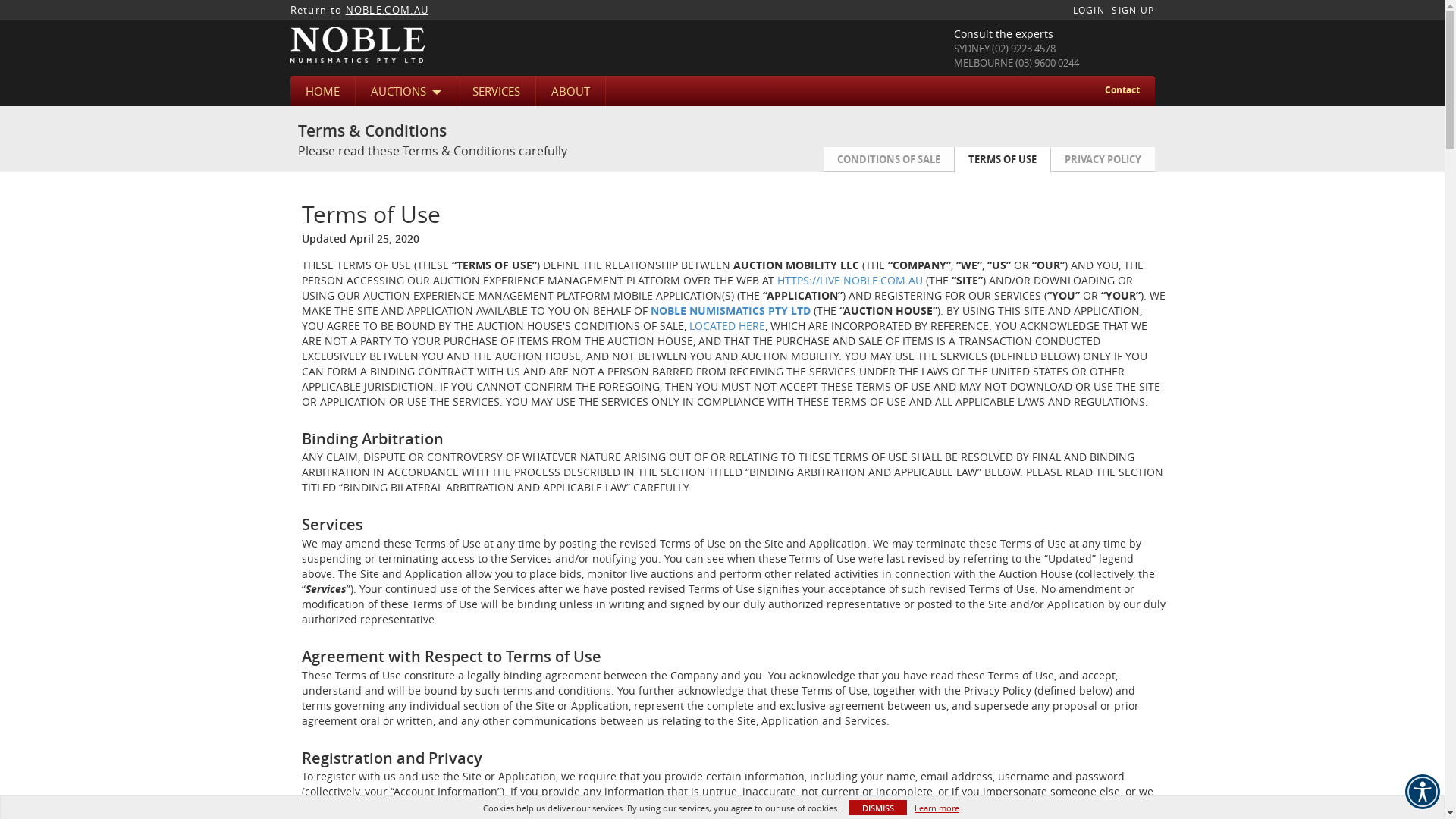 This screenshot has height=819, width=1456. What do you see at coordinates (405, 90) in the screenshot?
I see `'AUCTIONS'` at bounding box center [405, 90].